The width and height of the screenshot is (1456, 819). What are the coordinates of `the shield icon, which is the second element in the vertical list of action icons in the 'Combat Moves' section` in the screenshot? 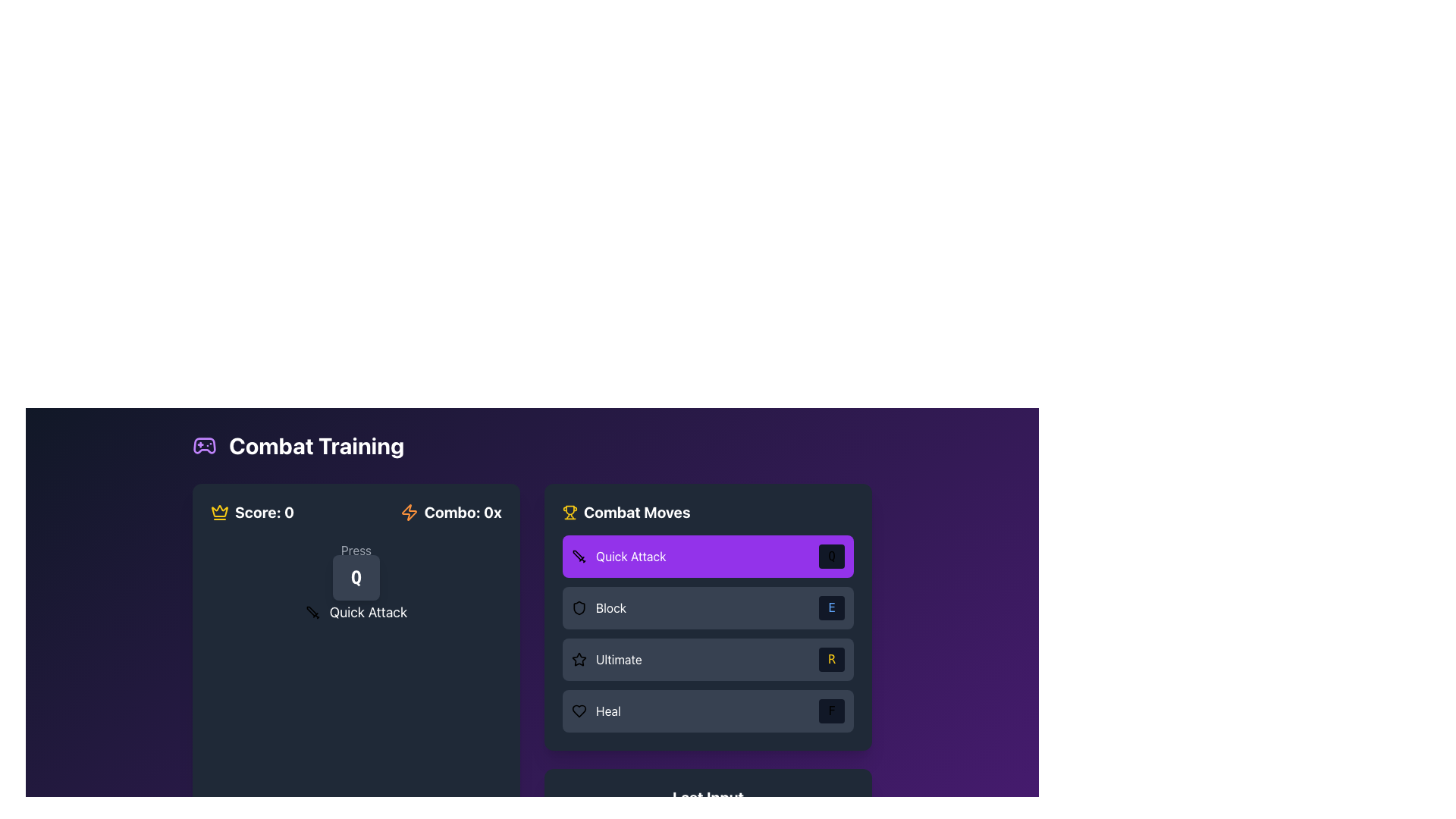 It's located at (578, 607).